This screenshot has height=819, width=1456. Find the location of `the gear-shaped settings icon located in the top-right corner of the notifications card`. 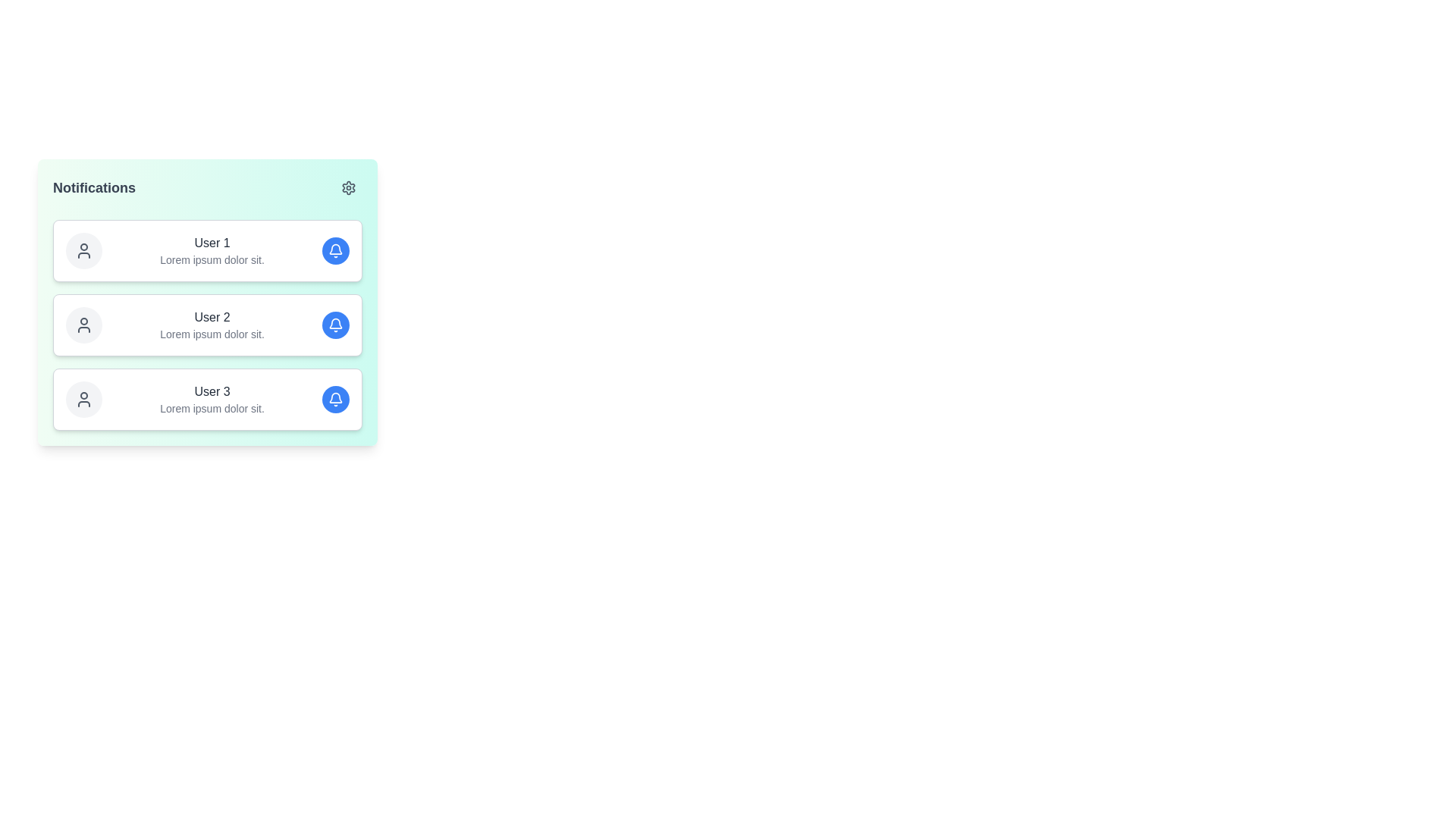

the gear-shaped settings icon located in the top-right corner of the notifications card is located at coordinates (348, 187).